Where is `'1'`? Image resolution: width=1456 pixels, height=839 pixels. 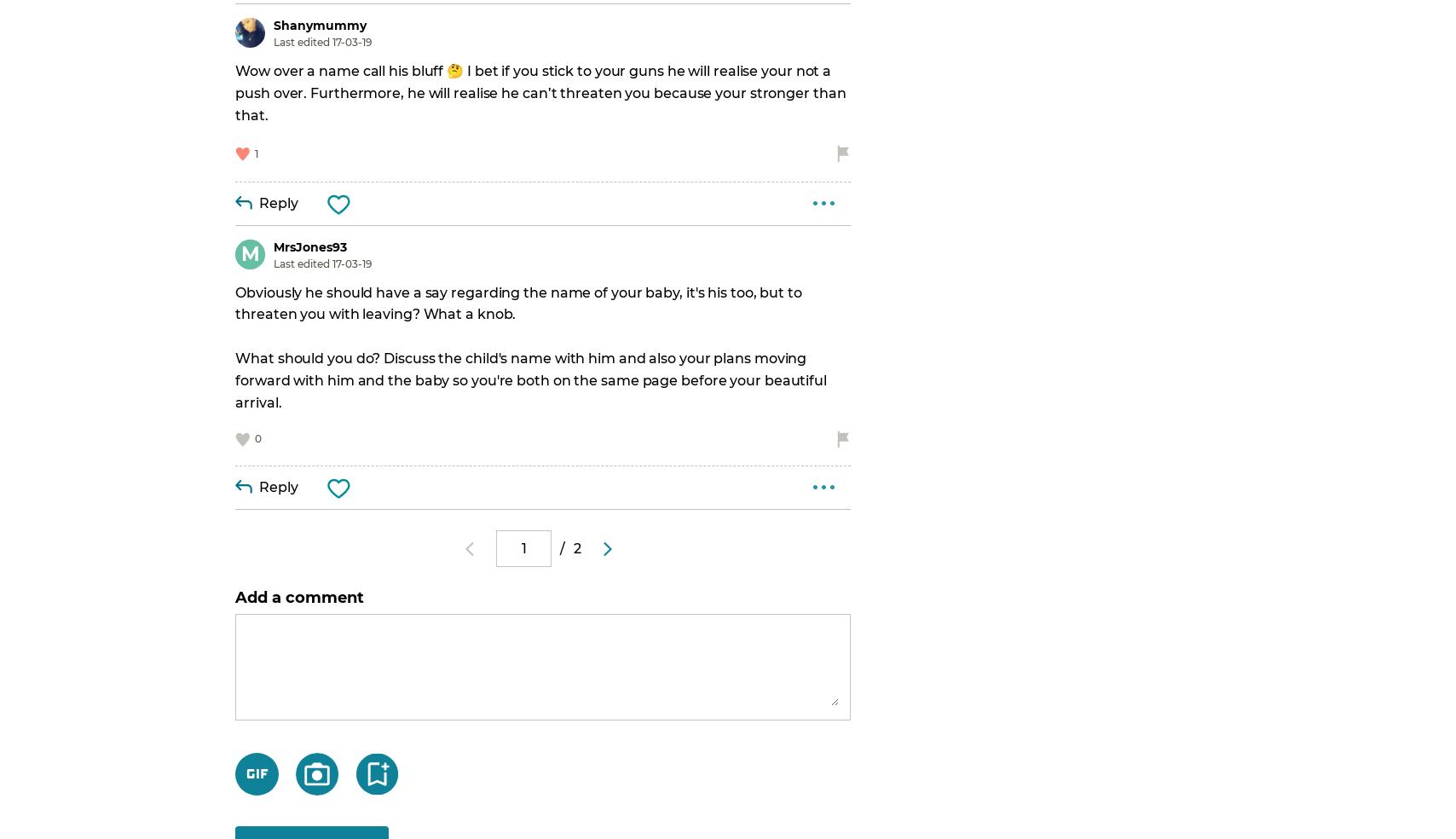 '1' is located at coordinates (255, 153).